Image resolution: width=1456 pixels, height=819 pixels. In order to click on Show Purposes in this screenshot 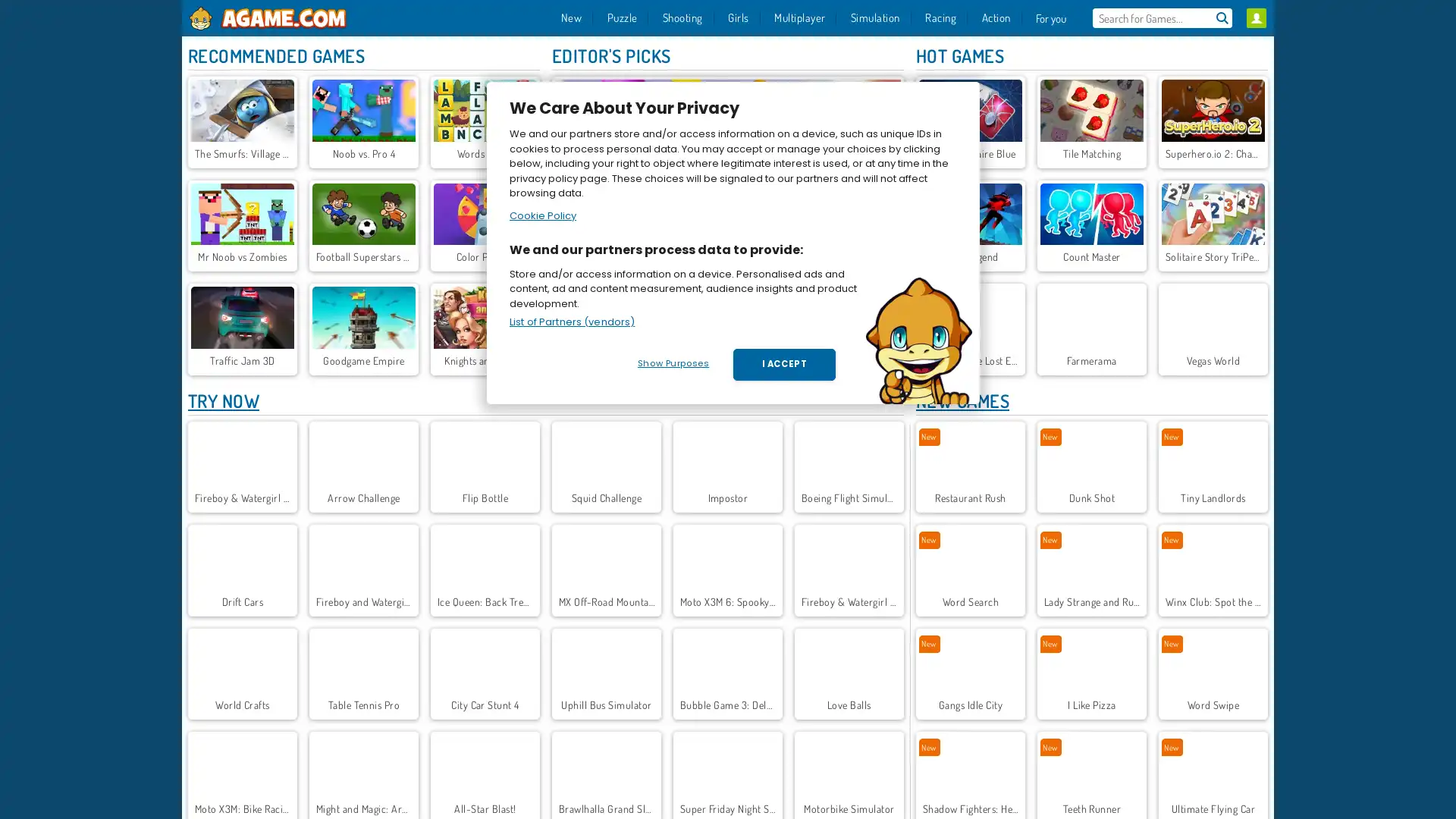, I will do `click(672, 363)`.